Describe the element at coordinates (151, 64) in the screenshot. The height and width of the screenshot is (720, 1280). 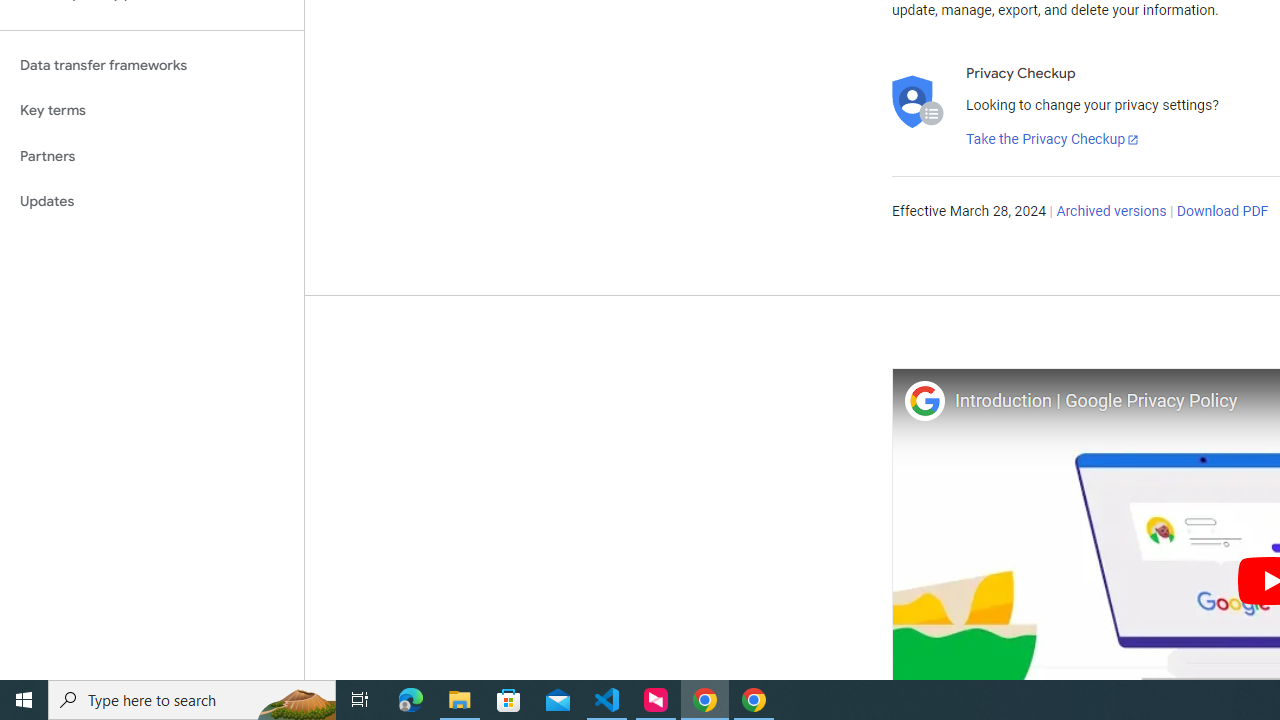
I see `'Data transfer frameworks'` at that location.